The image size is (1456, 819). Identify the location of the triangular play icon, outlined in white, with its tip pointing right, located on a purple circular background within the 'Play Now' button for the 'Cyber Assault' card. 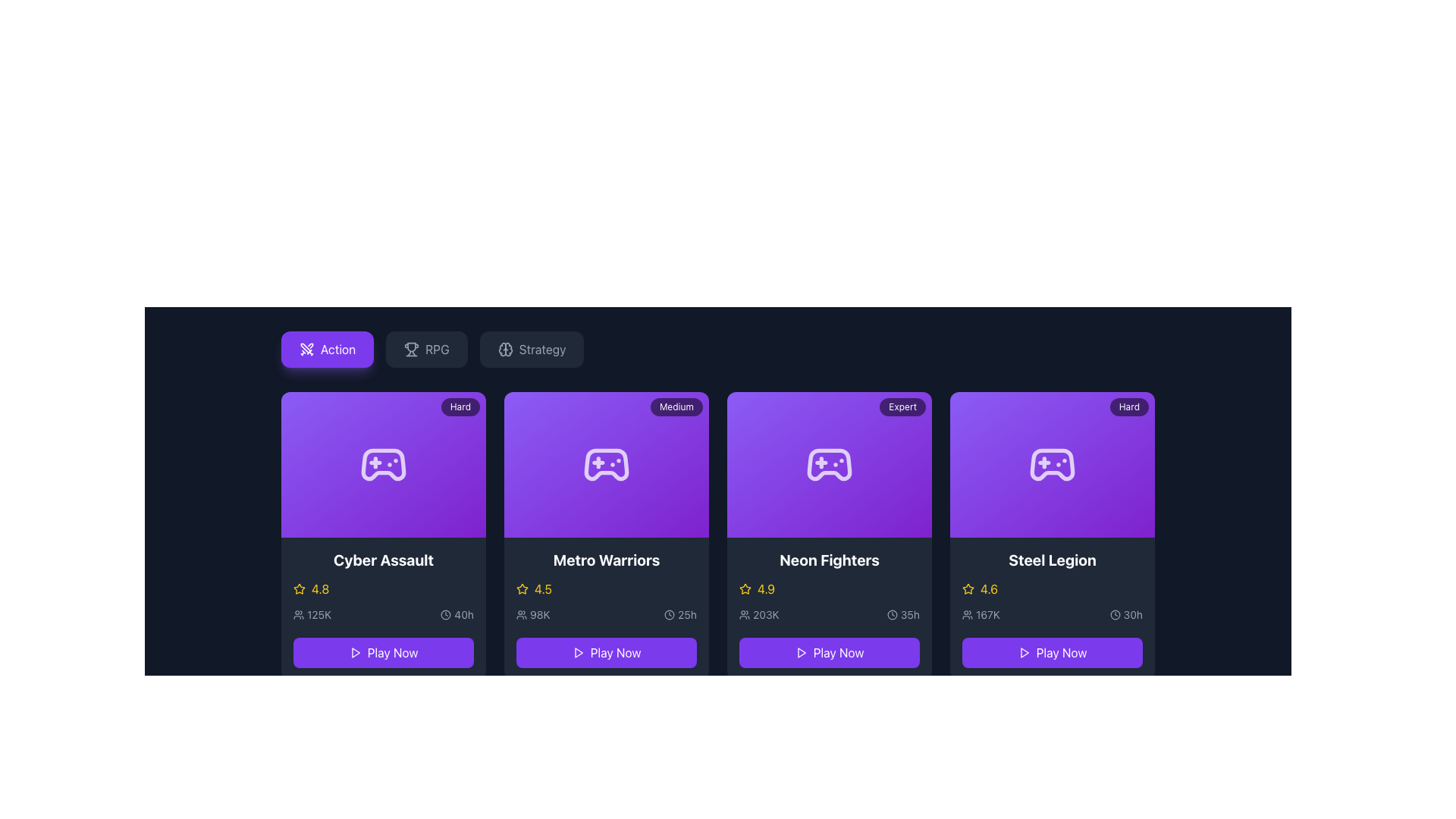
(354, 651).